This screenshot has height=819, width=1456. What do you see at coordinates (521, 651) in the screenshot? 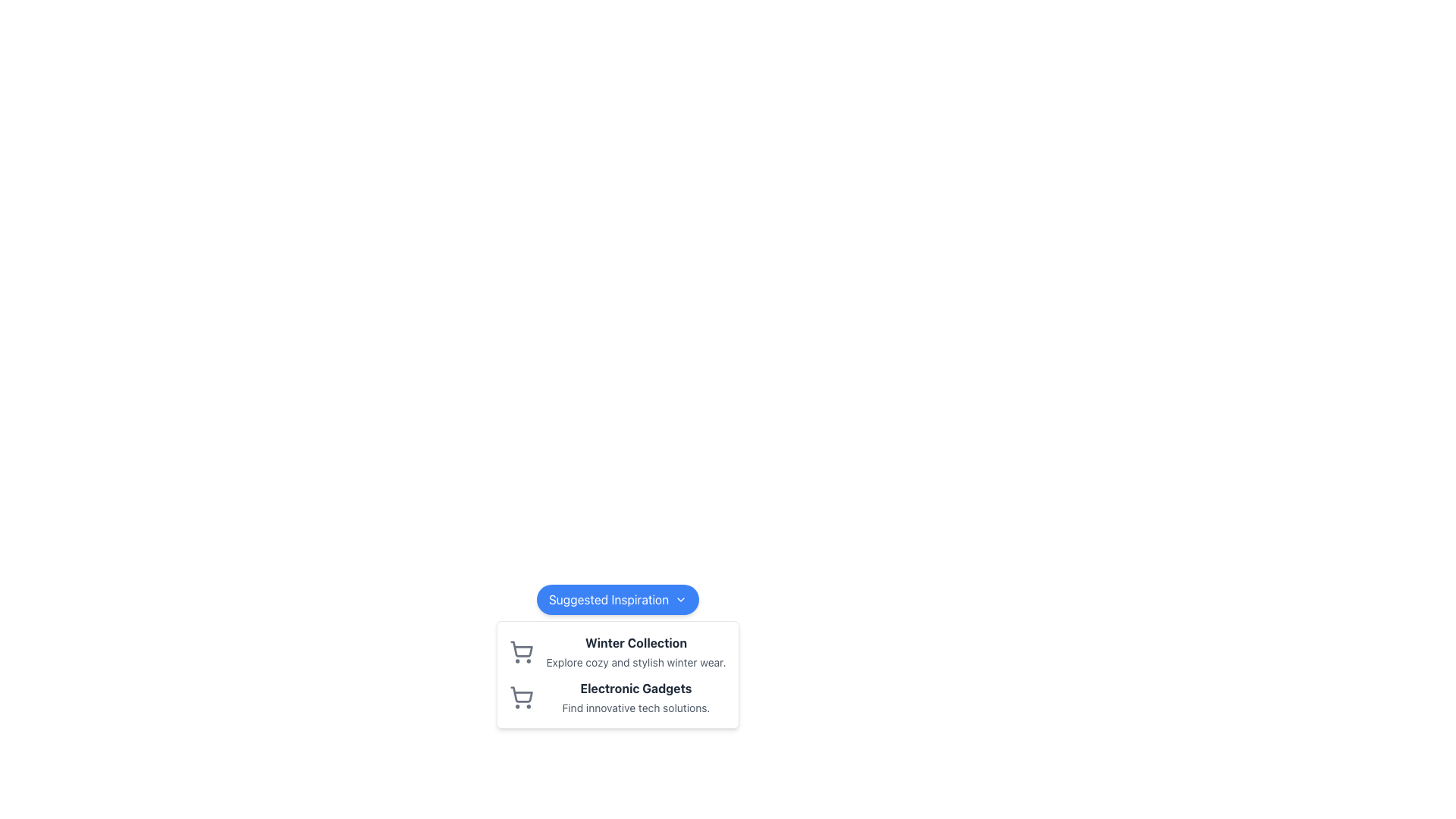
I see `the shopping cart icon, which is a gray minimalist design located to the far left of the 'Winter Collection' text in a card layout` at bounding box center [521, 651].